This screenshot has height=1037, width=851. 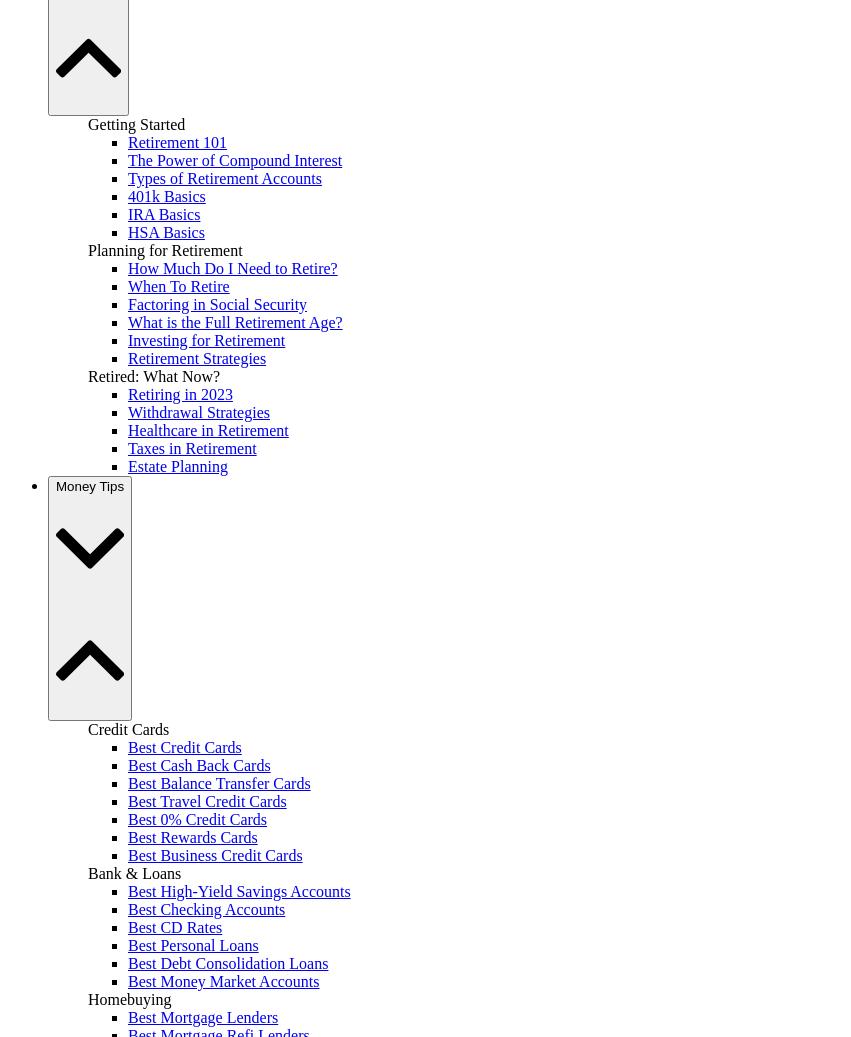 I want to click on 'Best 0% Credit Cards', so click(x=197, y=818).